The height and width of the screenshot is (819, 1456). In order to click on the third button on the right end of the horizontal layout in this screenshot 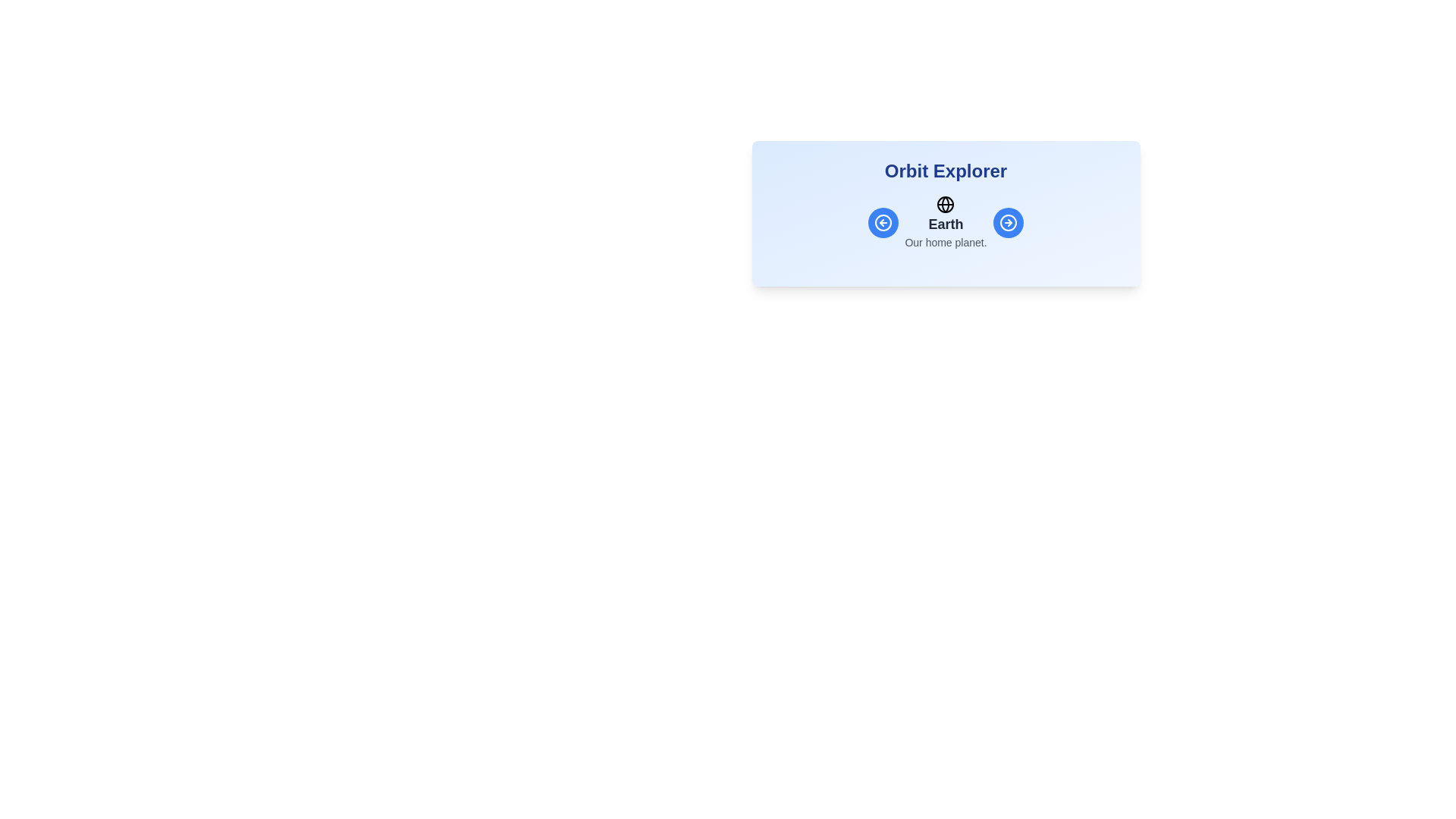, I will do `click(1008, 222)`.